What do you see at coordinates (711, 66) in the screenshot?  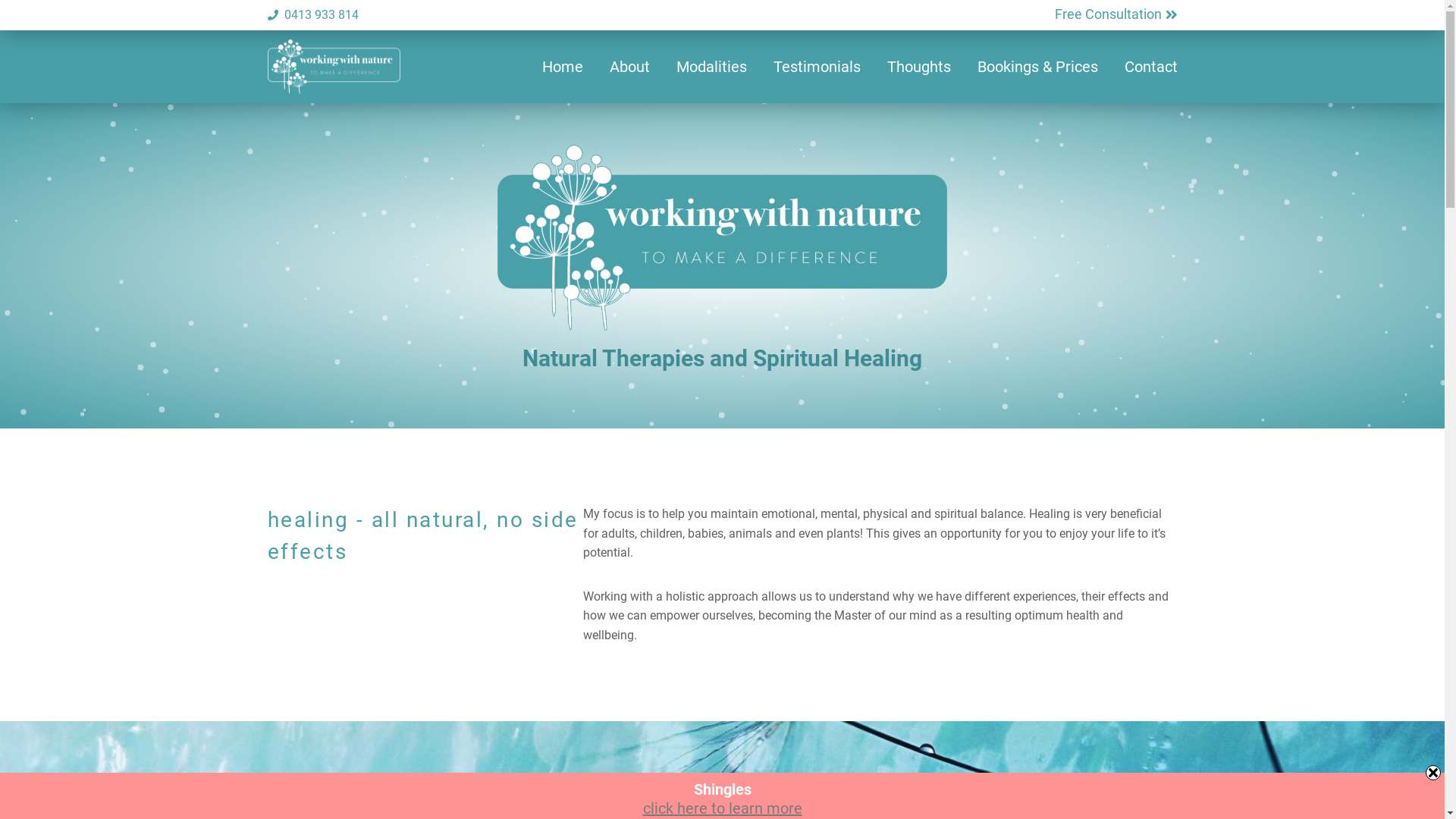 I see `'Modalities'` at bounding box center [711, 66].